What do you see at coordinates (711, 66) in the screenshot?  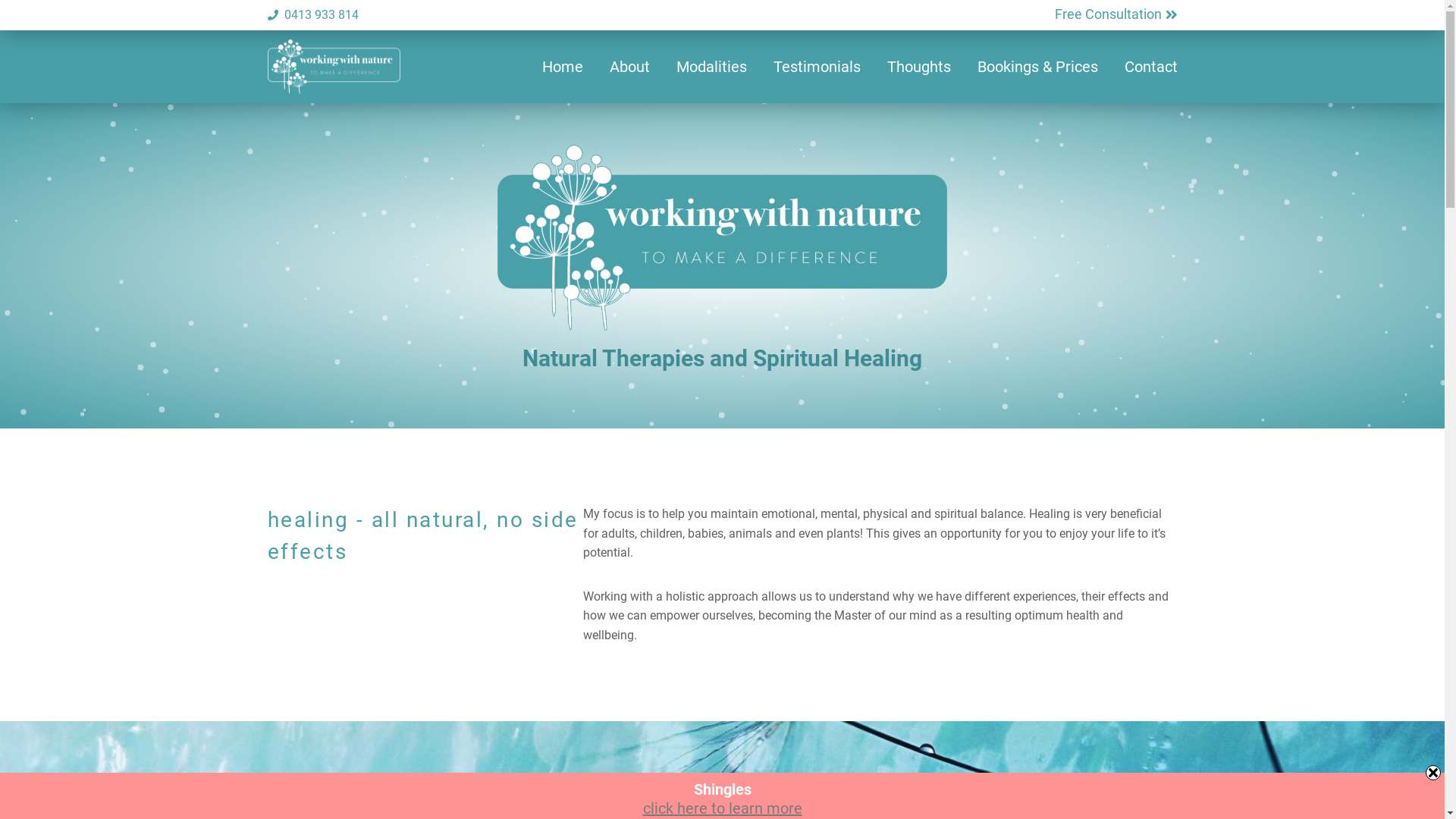 I see `'Modalities'` at bounding box center [711, 66].